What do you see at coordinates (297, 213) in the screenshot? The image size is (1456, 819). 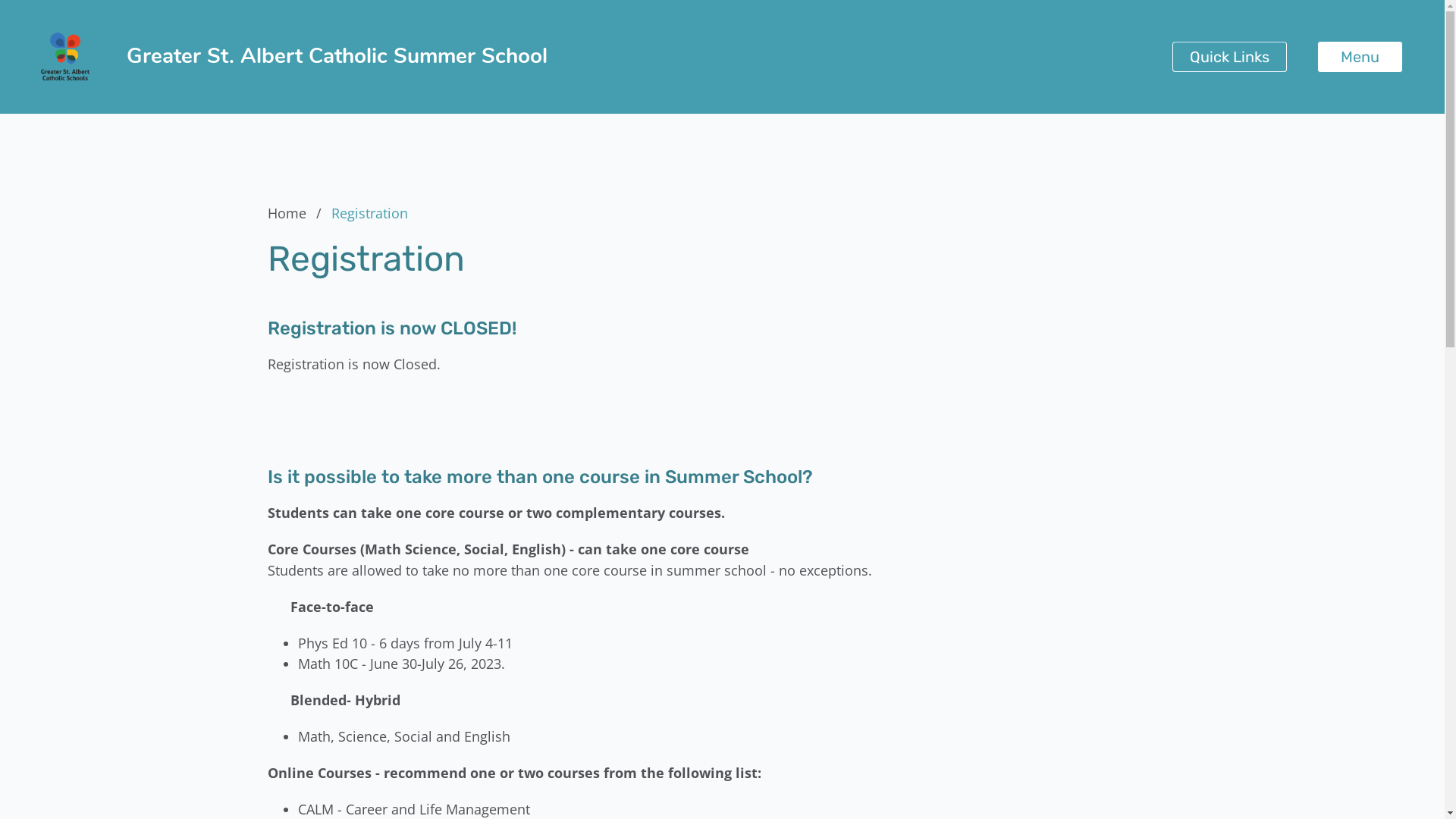 I see `'Home'` at bounding box center [297, 213].